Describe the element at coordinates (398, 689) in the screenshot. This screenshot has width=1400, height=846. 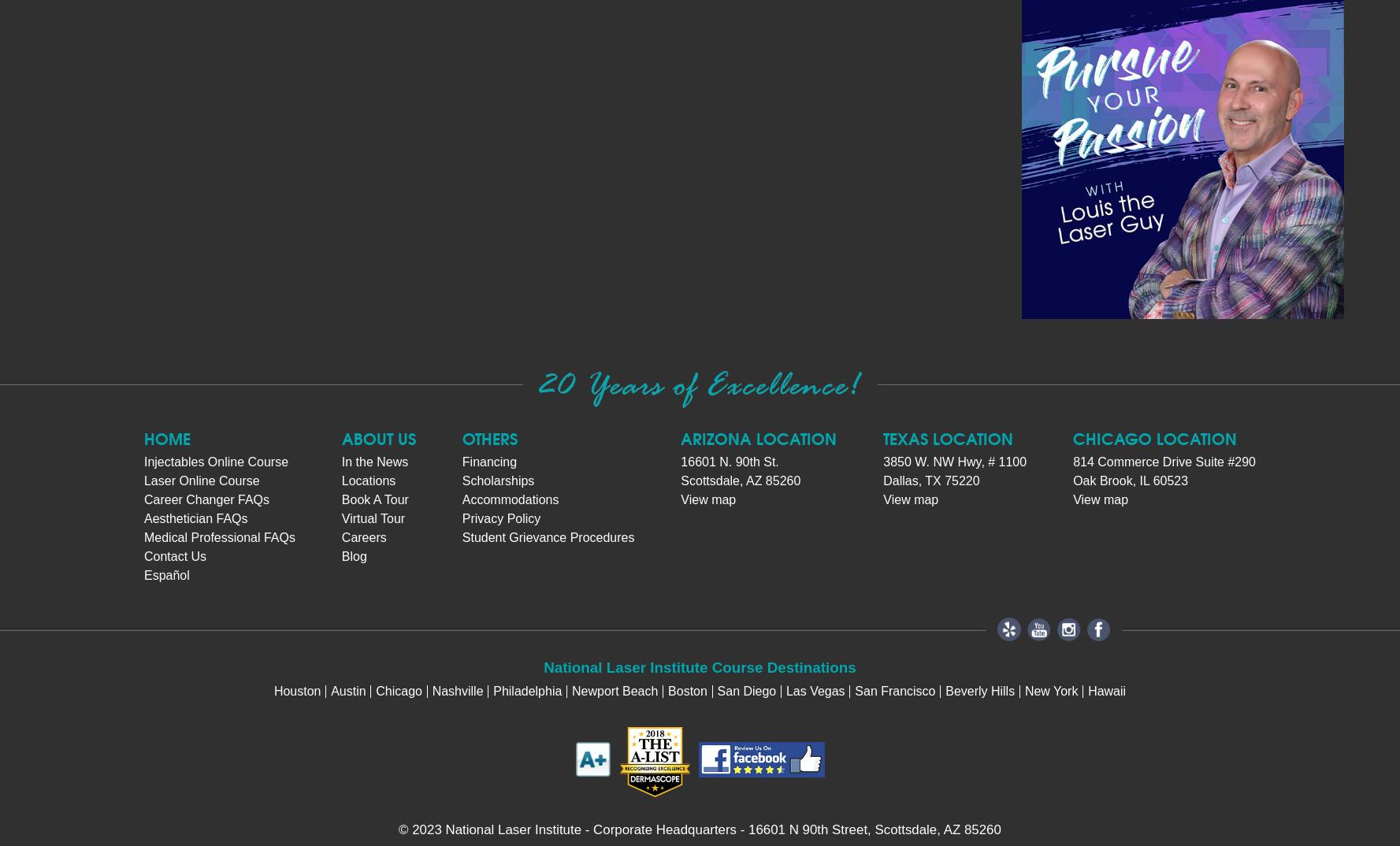
I see `'Chicago'` at that location.